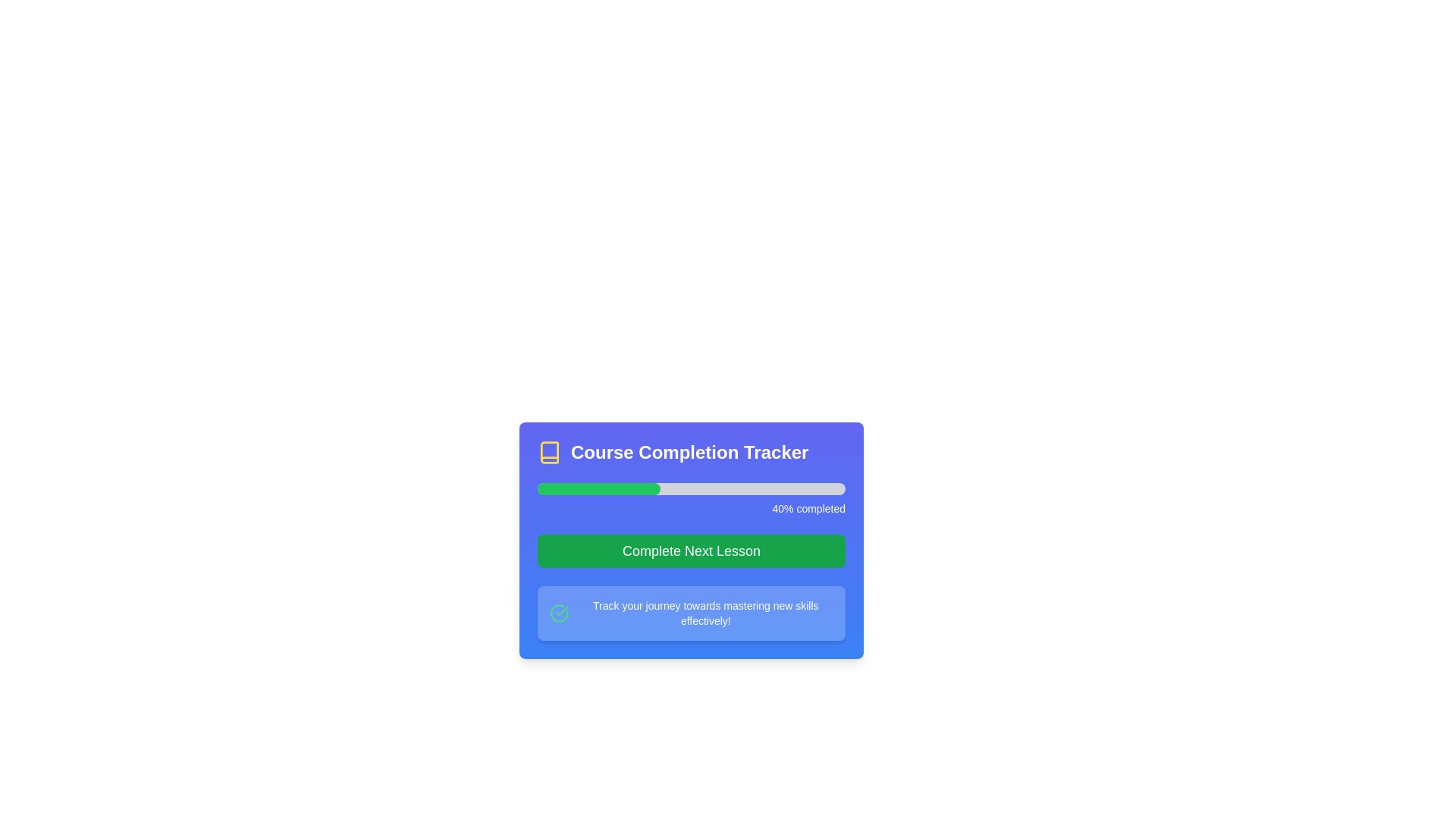 The width and height of the screenshot is (1456, 819). Describe the element at coordinates (689, 452) in the screenshot. I see `the static text label that reads 'Course Completion Tracker', which is styled with a large font size, bold weight, and white color on a purple background` at that location.